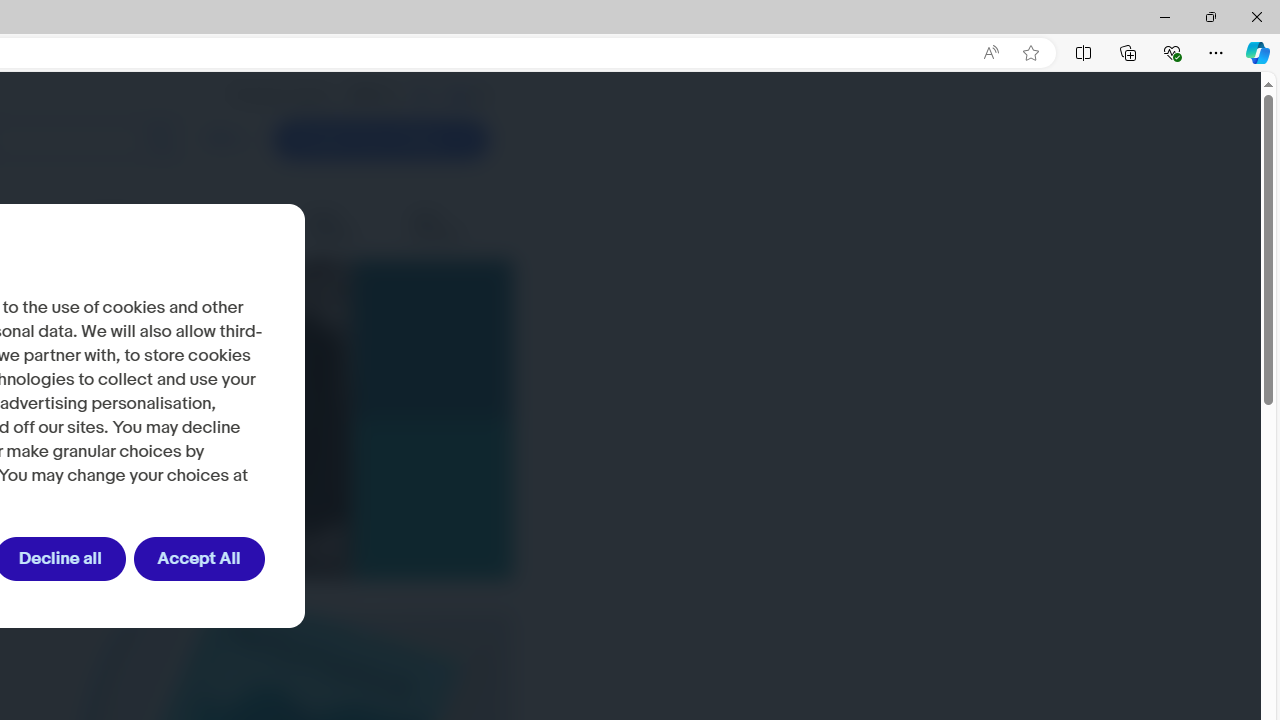 The image size is (1280, 720). I want to click on 'Split screen', so click(1082, 51).